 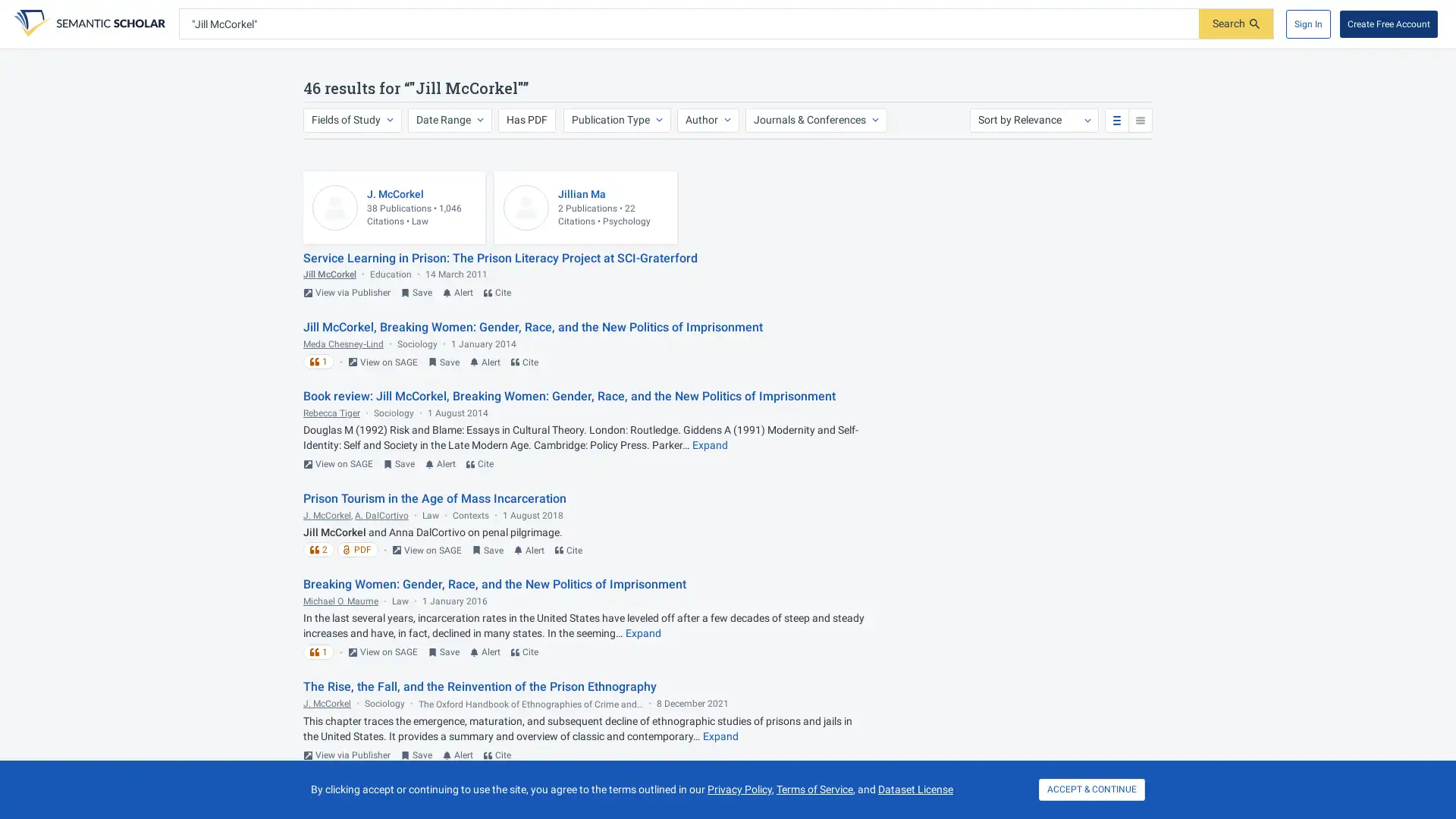 What do you see at coordinates (1140, 119) in the screenshot?
I see `compact search results view` at bounding box center [1140, 119].